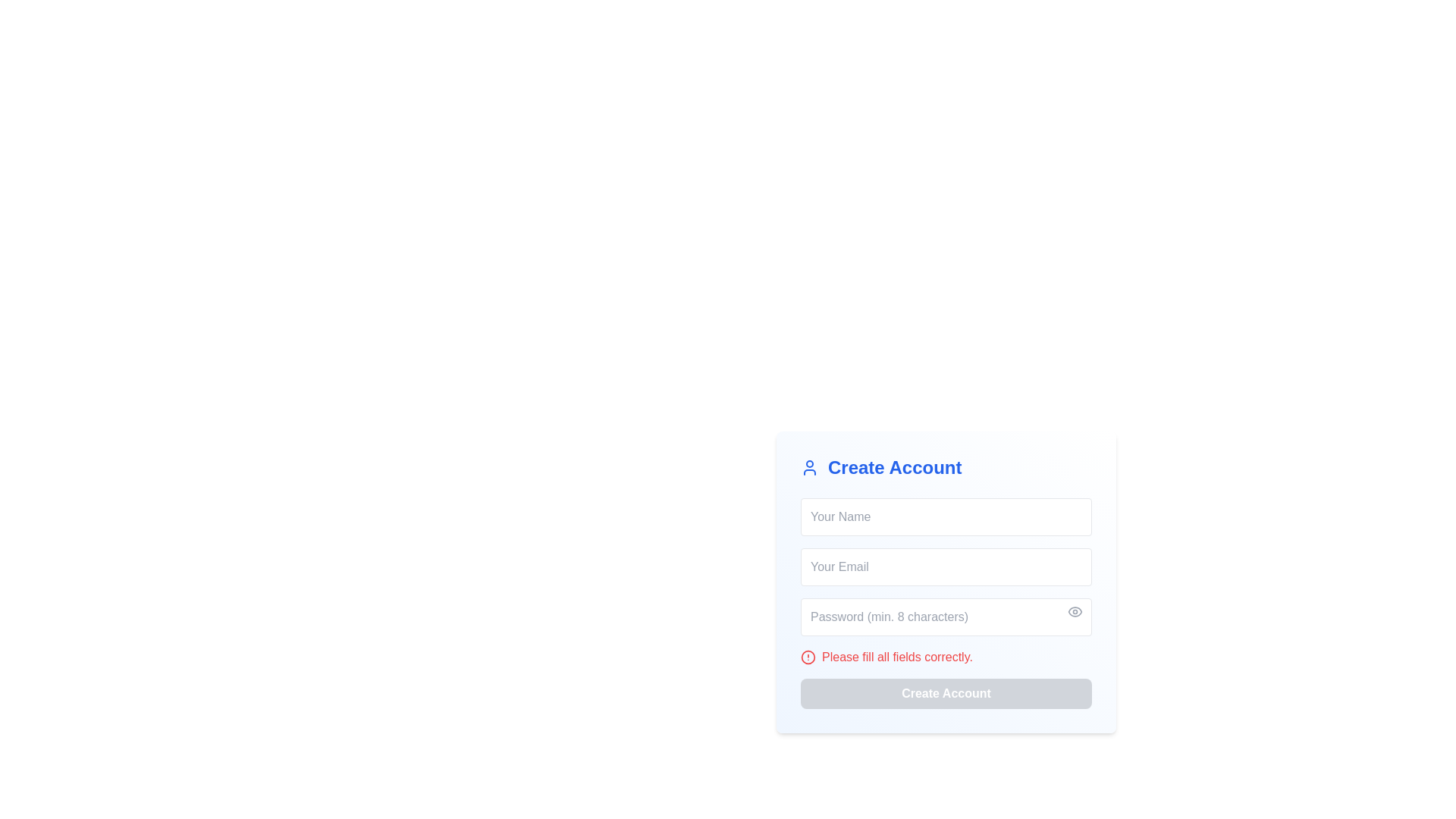 Image resolution: width=1456 pixels, height=819 pixels. Describe the element at coordinates (809, 467) in the screenshot. I see `the decorative icon located to the left of the 'Create Account' title in the heading section of the form` at that location.